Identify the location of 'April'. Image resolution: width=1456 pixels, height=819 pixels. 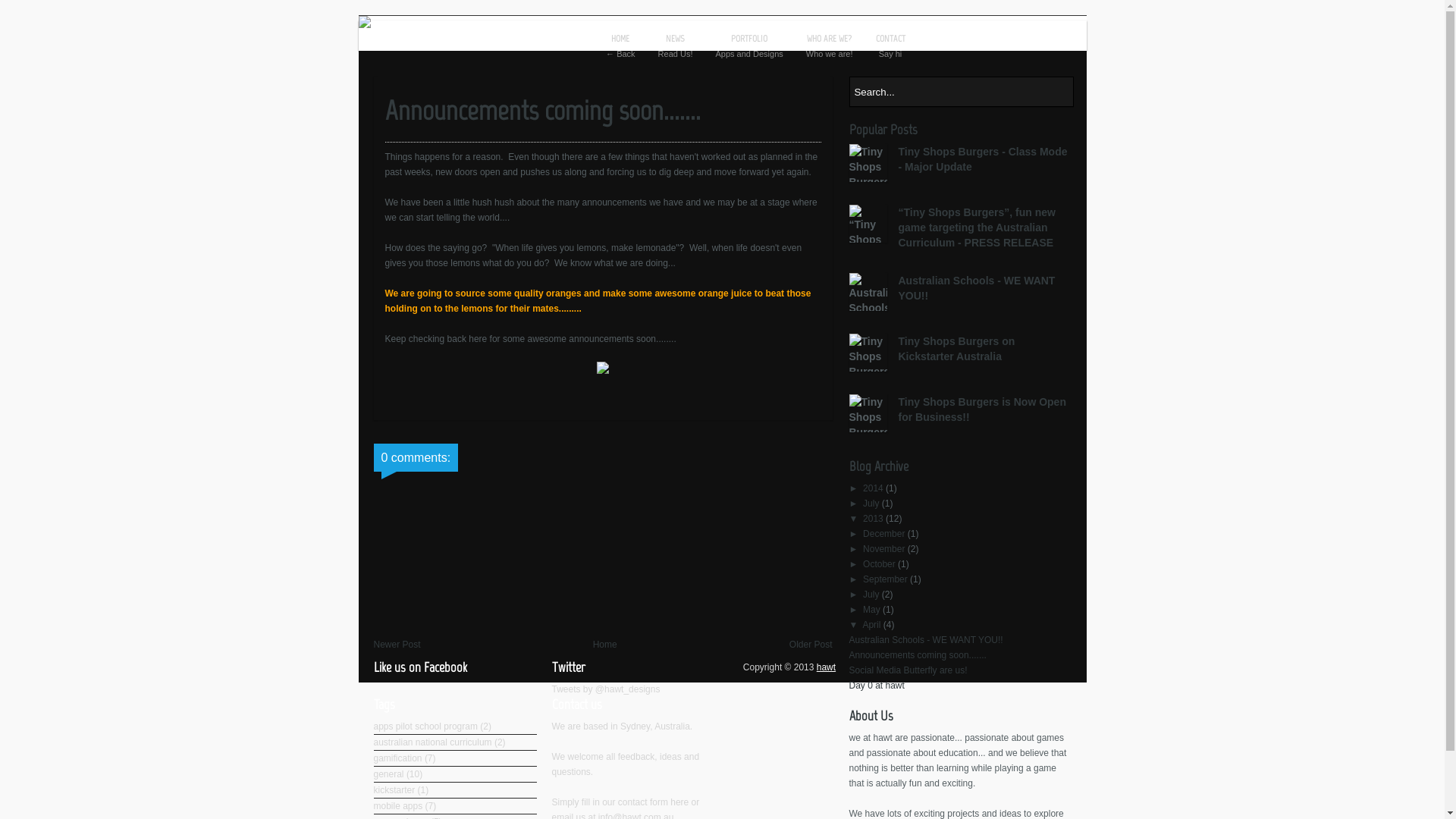
(872, 625).